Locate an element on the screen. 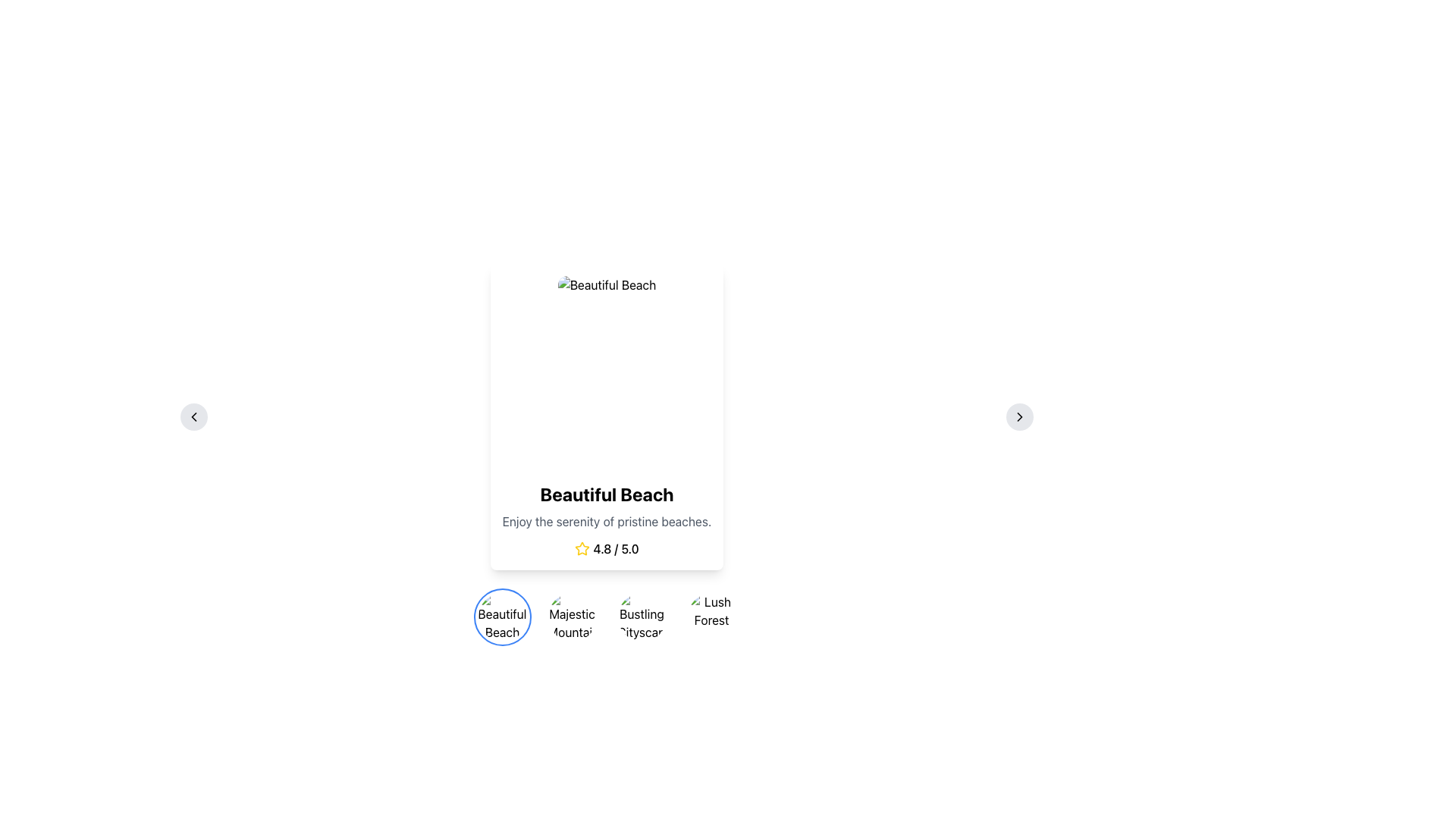 This screenshot has height=819, width=1456. the first button labeled 'Beautiful Beach' is located at coordinates (502, 617).